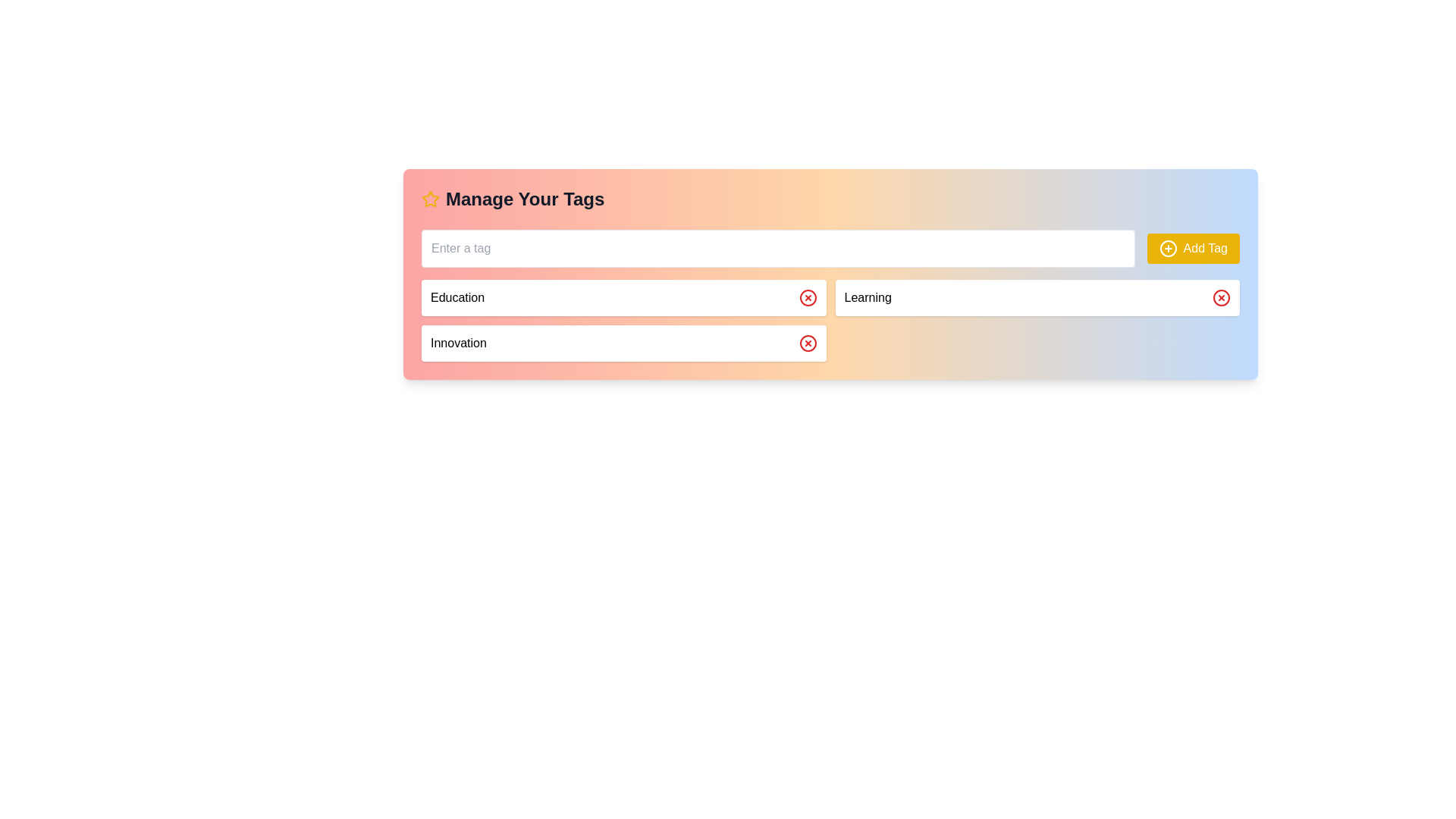  Describe the element at coordinates (1192, 247) in the screenshot. I see `the rectangular 'Add Tag' button with a vibrant yellow background and white text label, located to the right of the text input field in the tag management form` at that location.